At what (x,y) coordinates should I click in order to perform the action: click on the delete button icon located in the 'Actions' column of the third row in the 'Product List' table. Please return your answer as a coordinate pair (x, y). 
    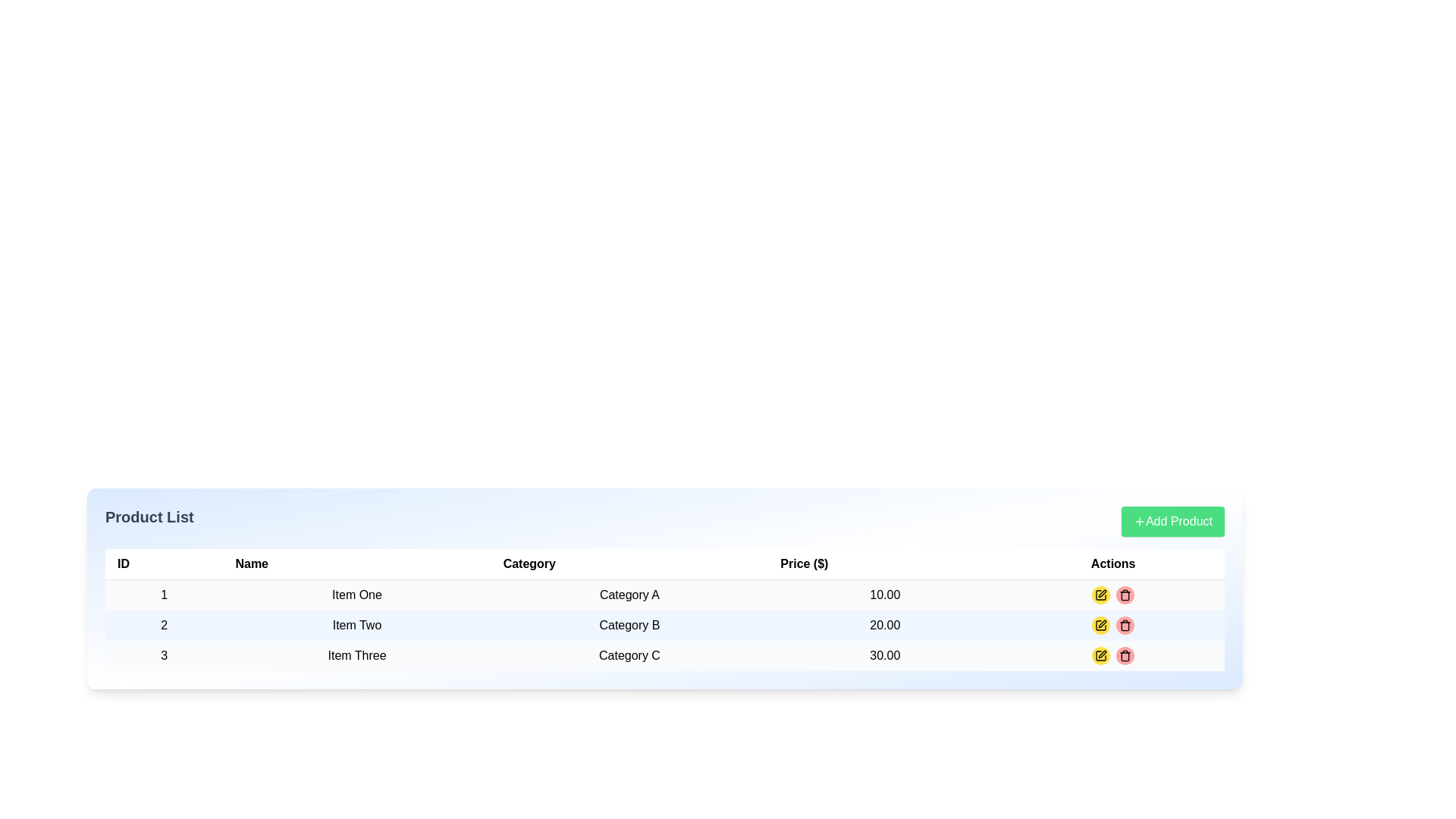
    Looking at the image, I should click on (1125, 654).